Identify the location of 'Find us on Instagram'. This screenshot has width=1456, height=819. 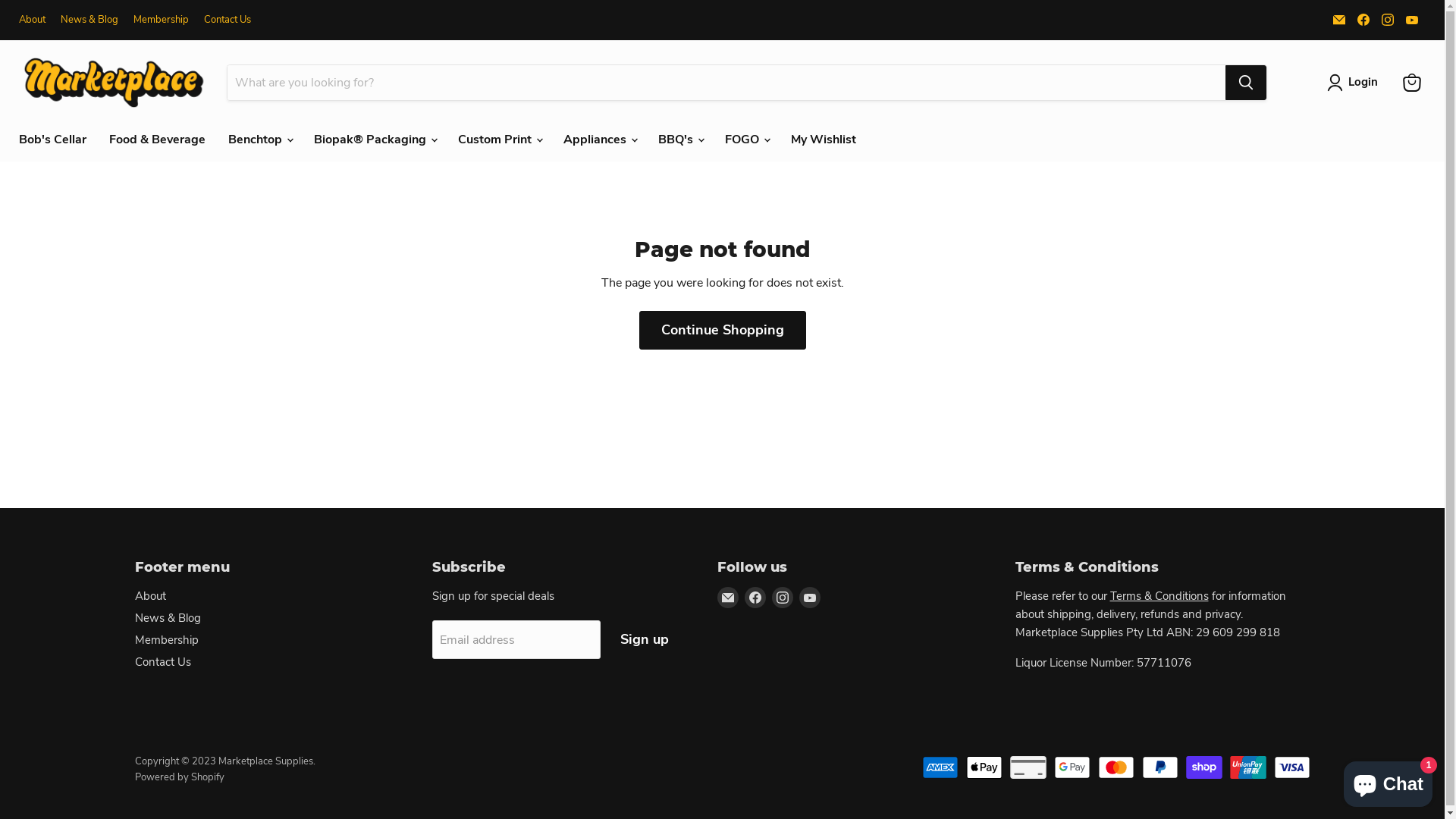
(783, 596).